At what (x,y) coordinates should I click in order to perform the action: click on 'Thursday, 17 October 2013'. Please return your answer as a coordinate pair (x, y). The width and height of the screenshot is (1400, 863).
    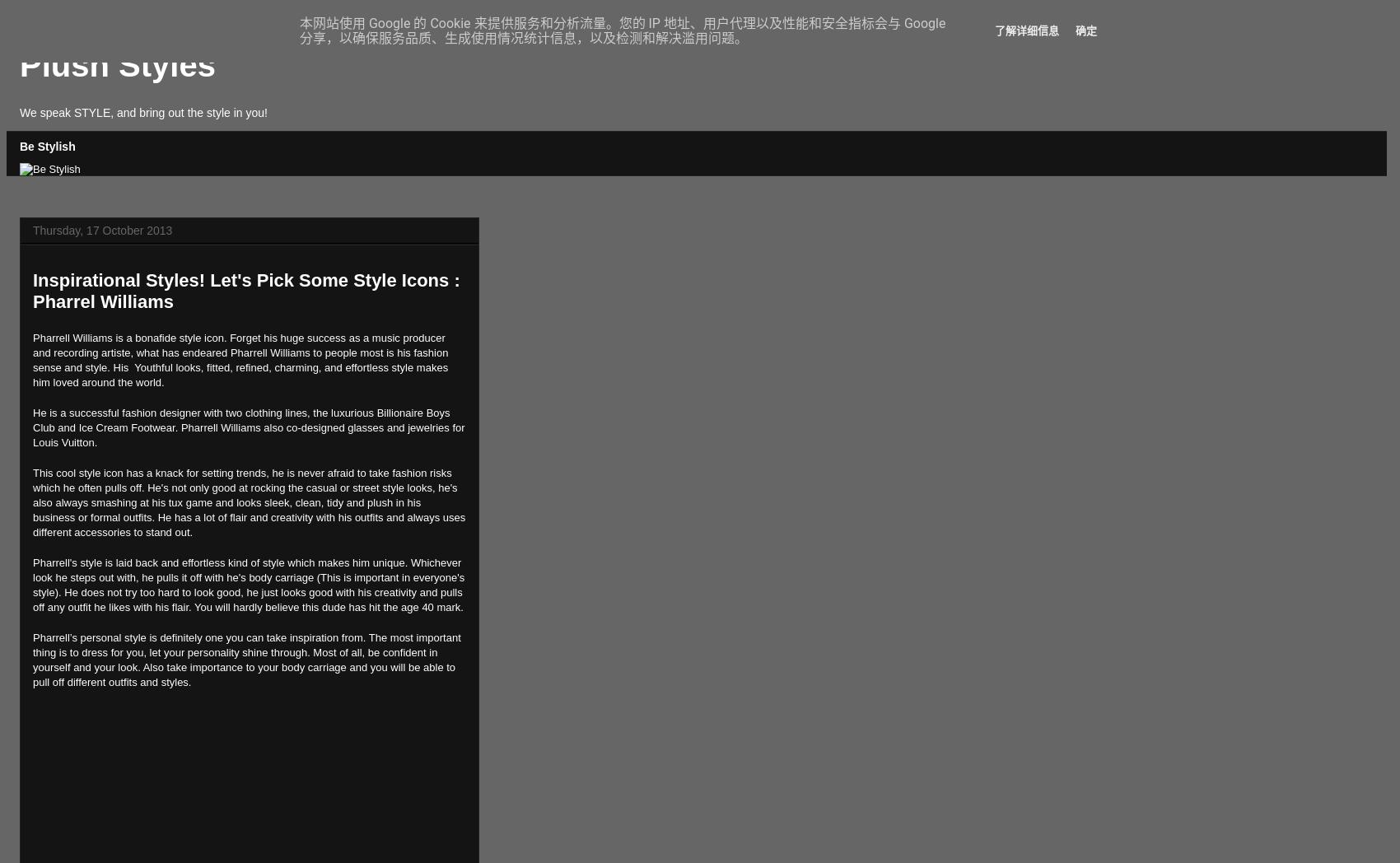
    Looking at the image, I should click on (101, 228).